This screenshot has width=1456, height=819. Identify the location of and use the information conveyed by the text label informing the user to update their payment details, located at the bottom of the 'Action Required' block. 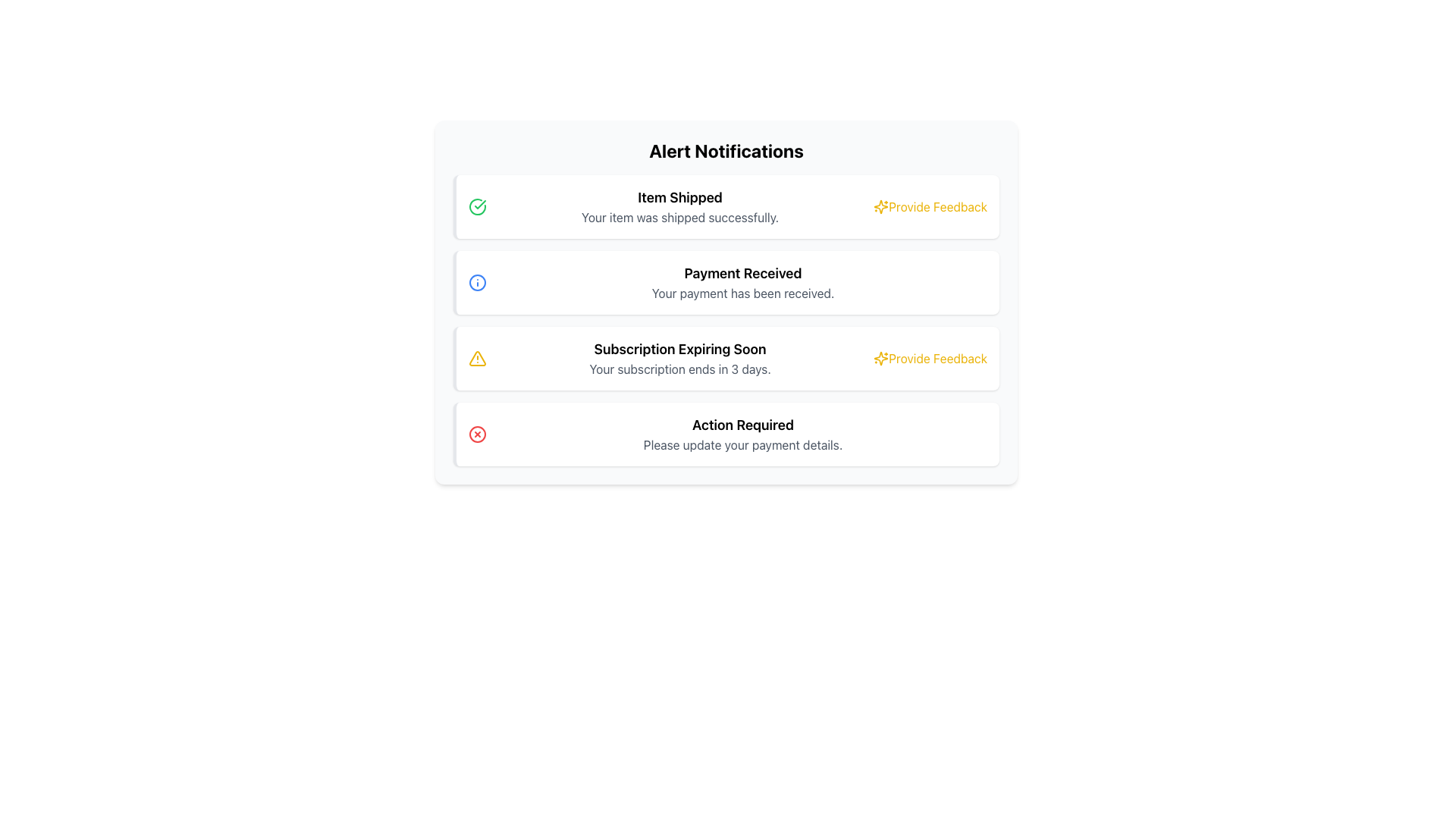
(742, 444).